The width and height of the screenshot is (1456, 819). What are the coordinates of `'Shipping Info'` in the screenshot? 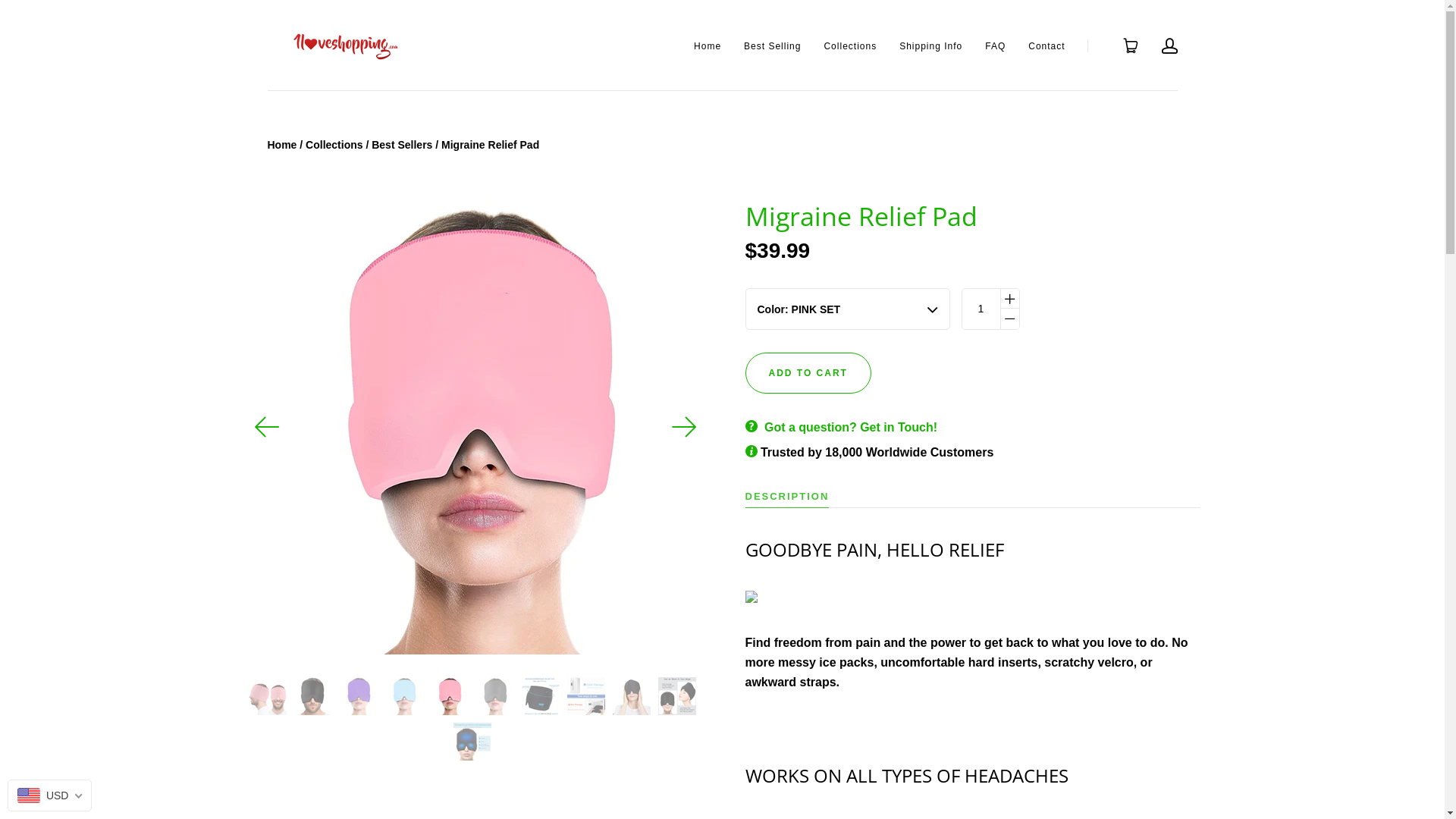 It's located at (899, 45).